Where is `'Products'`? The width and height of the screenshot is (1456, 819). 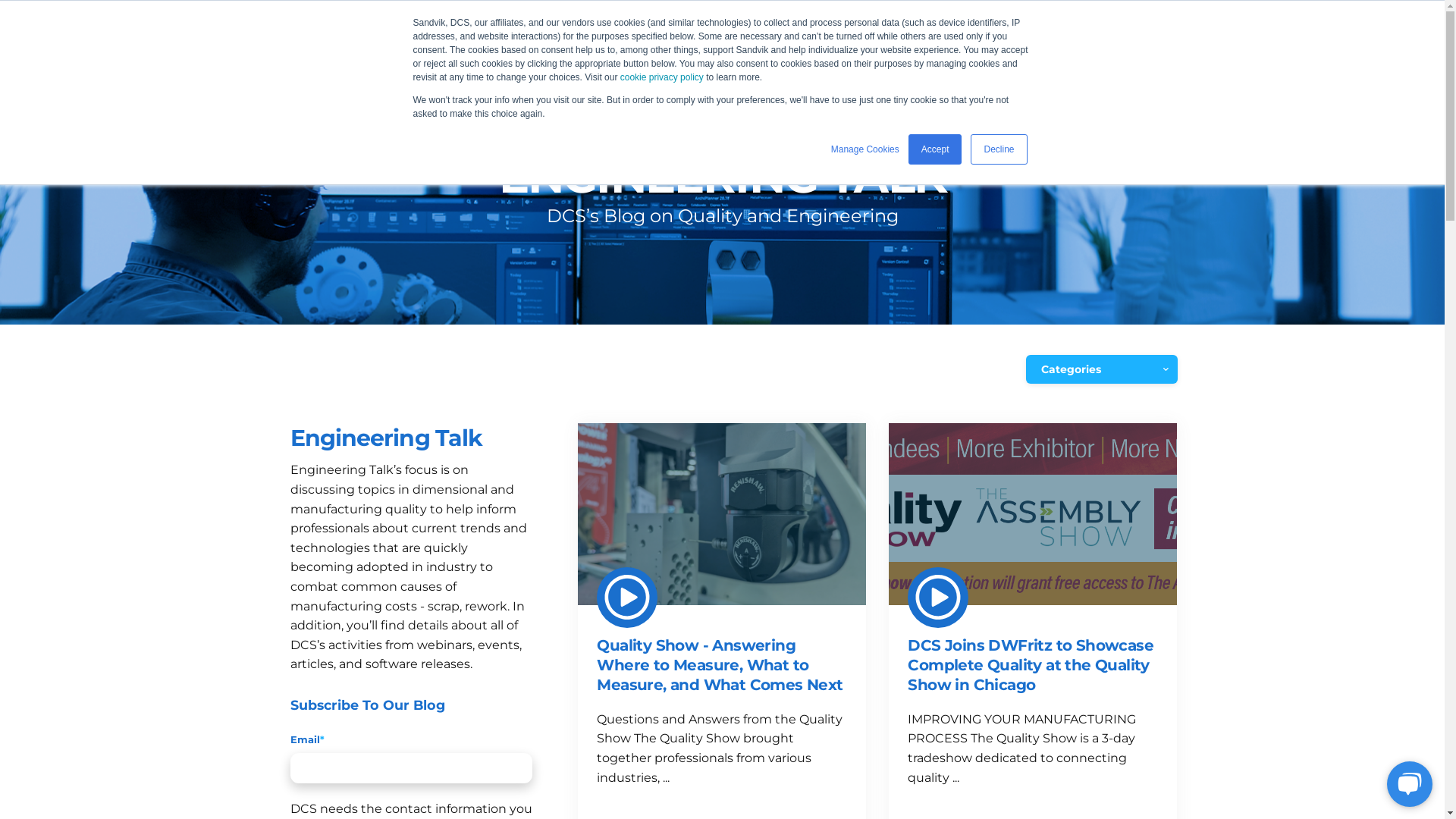 'Products' is located at coordinates (490, 59).